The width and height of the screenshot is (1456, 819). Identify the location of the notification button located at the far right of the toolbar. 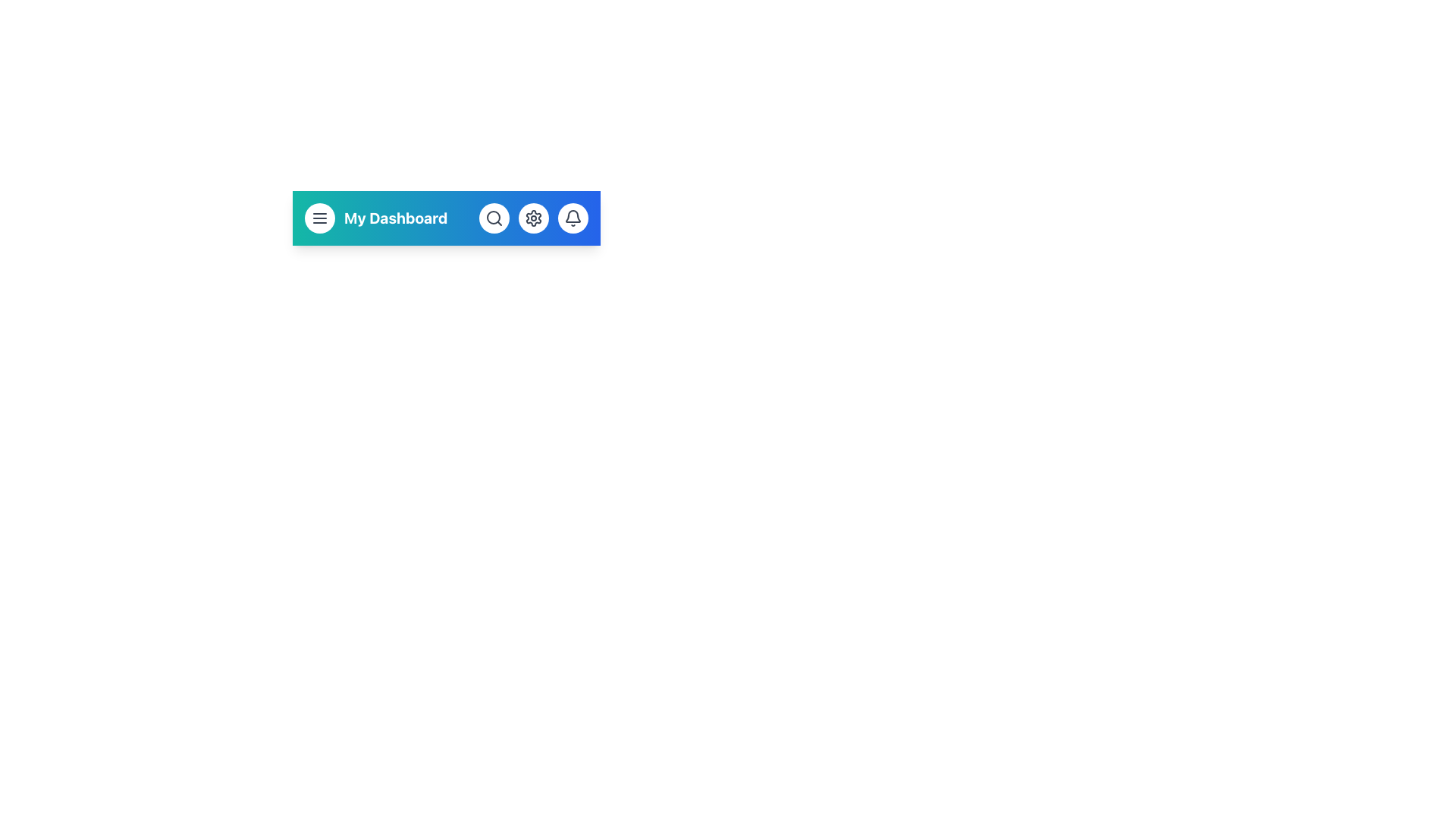
(572, 218).